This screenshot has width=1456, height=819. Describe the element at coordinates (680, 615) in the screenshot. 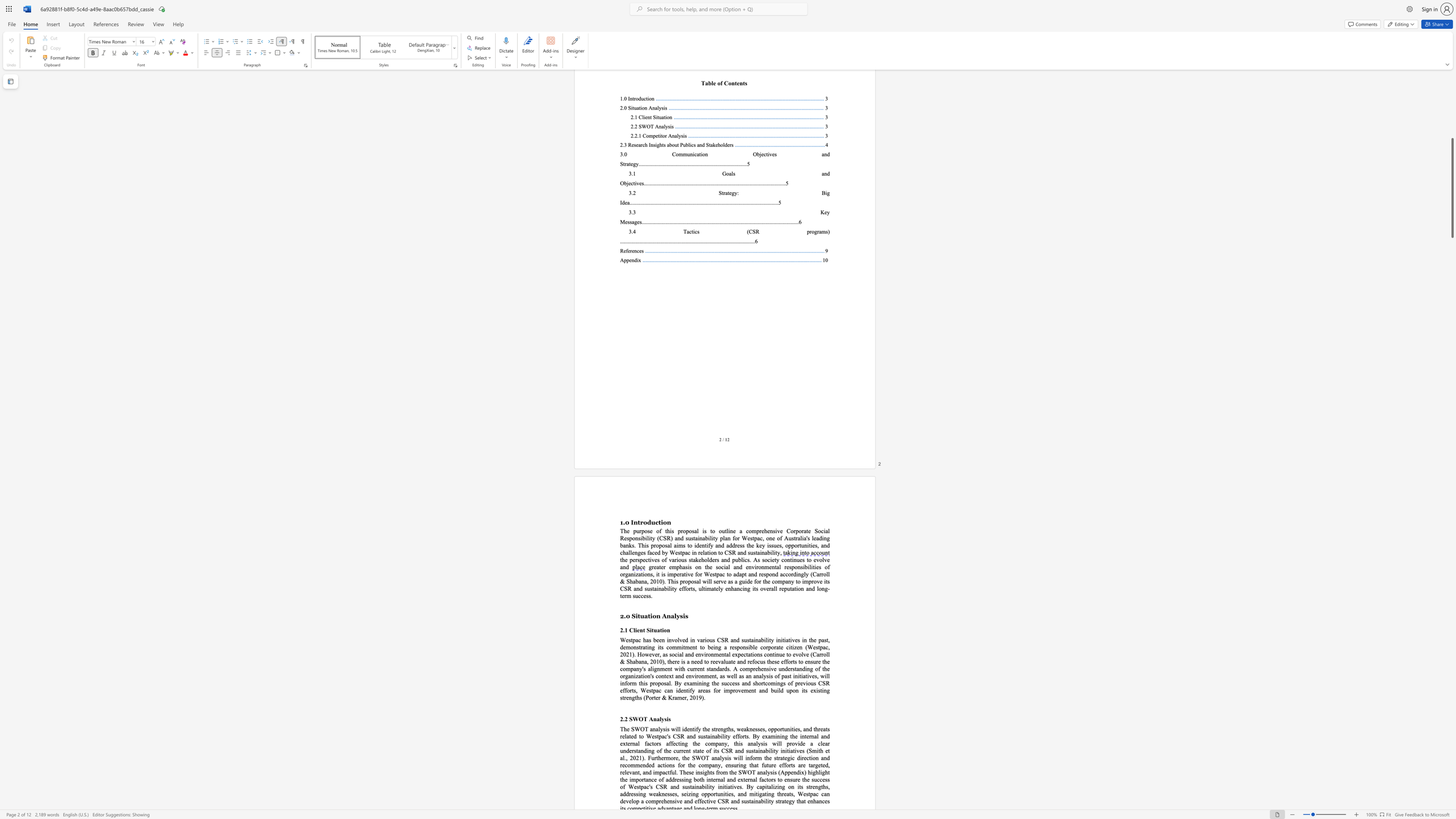

I see `the subset text "sis" within the text "2.0 Situation Analysis"` at that location.